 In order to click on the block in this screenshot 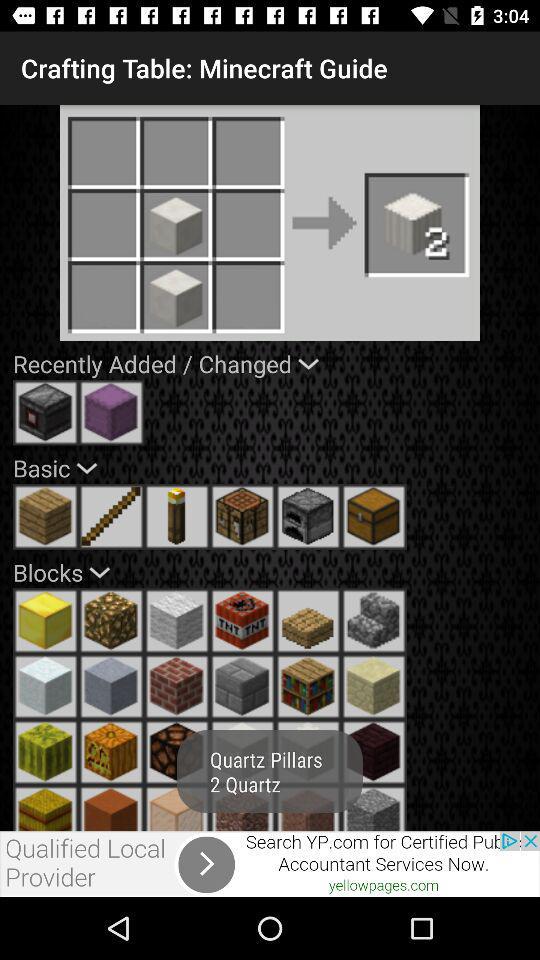, I will do `click(45, 620)`.